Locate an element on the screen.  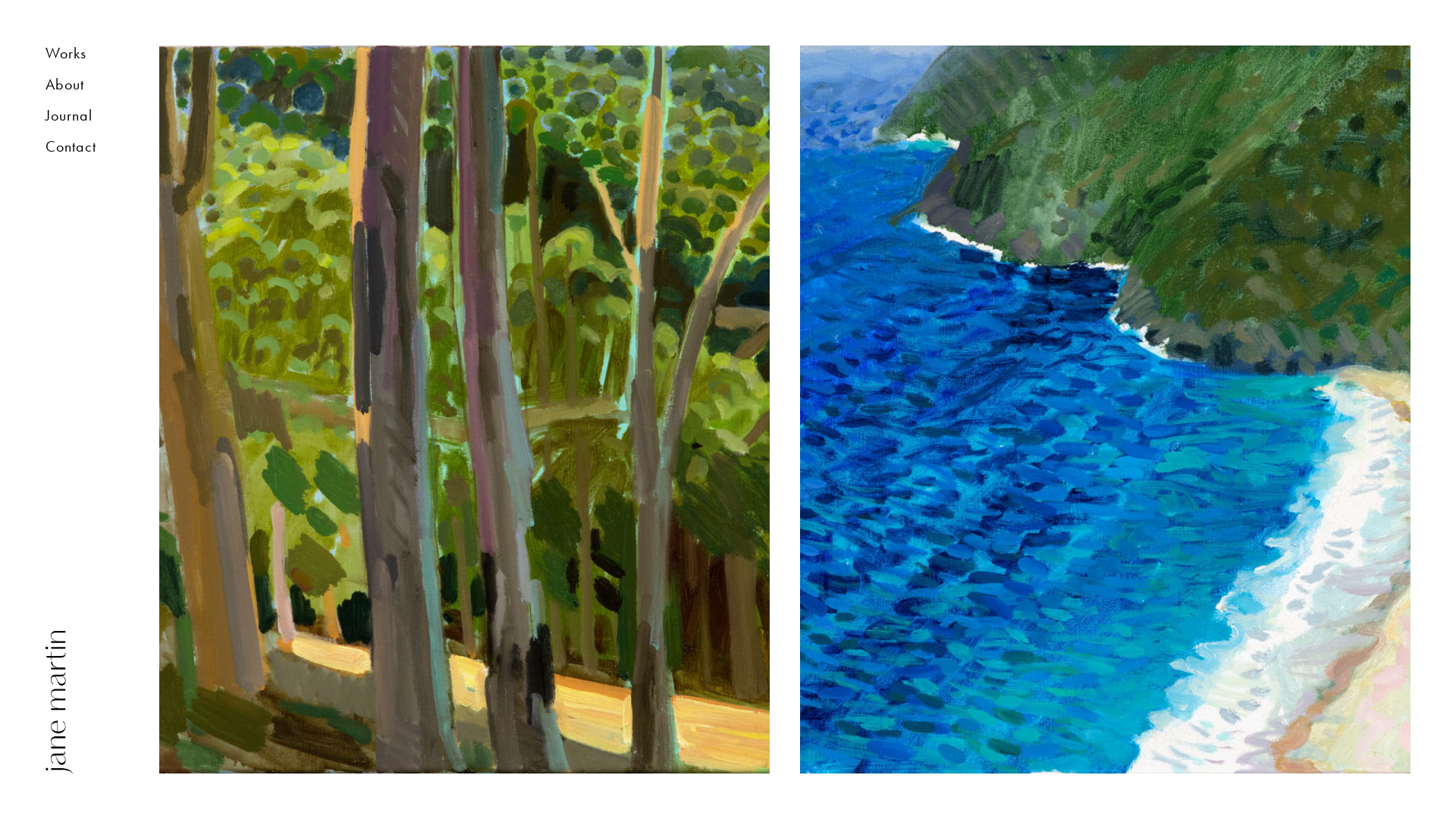
'About' is located at coordinates (45, 88).